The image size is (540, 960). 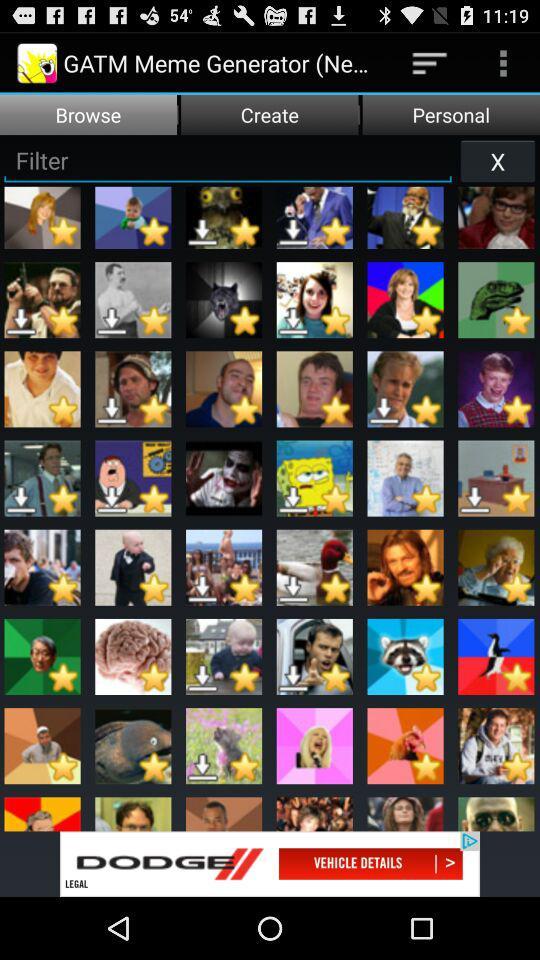 What do you see at coordinates (226, 159) in the screenshot?
I see `type in search bar` at bounding box center [226, 159].